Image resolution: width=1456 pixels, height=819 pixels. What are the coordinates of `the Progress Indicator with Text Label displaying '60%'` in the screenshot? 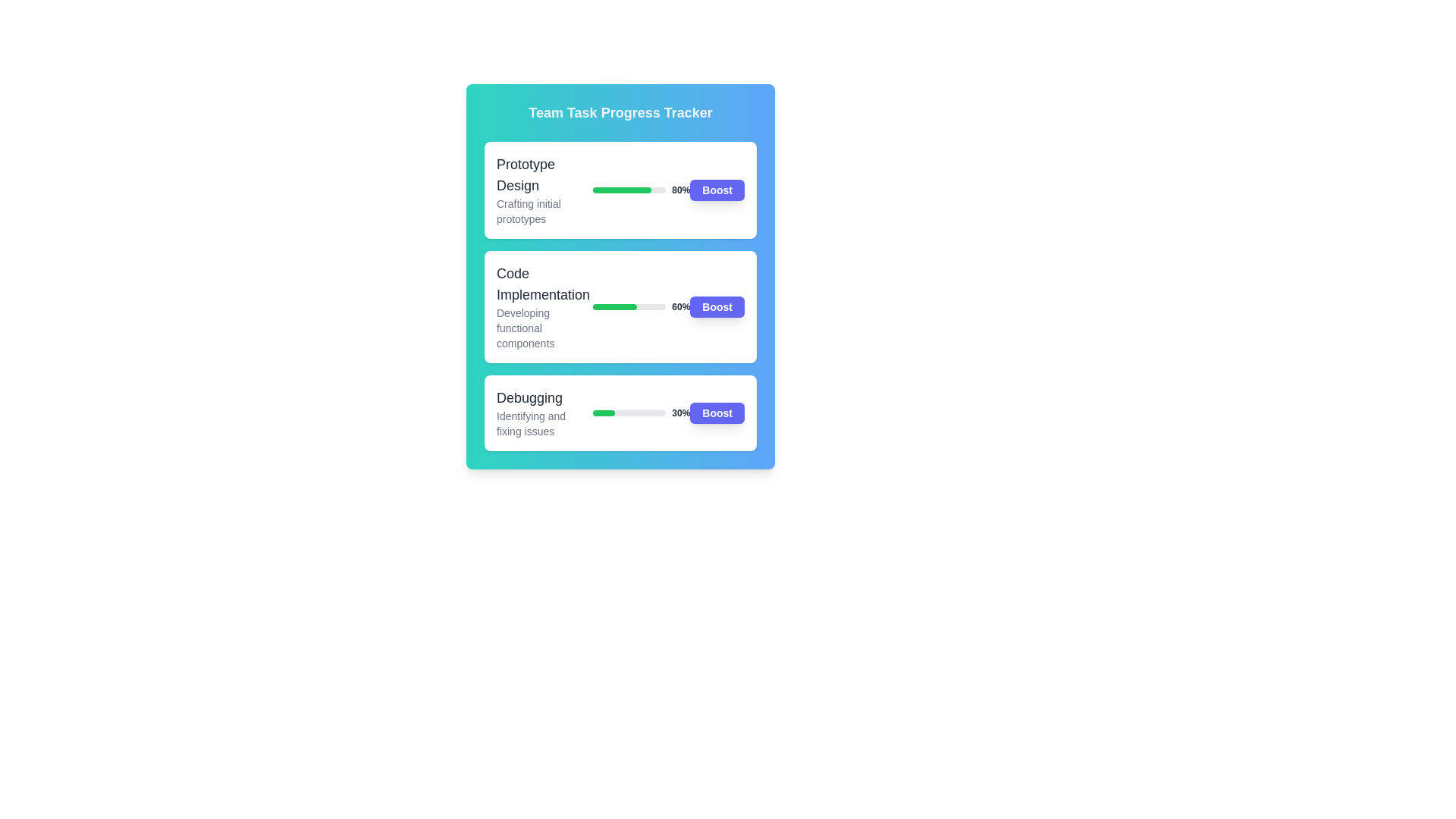 It's located at (642, 307).